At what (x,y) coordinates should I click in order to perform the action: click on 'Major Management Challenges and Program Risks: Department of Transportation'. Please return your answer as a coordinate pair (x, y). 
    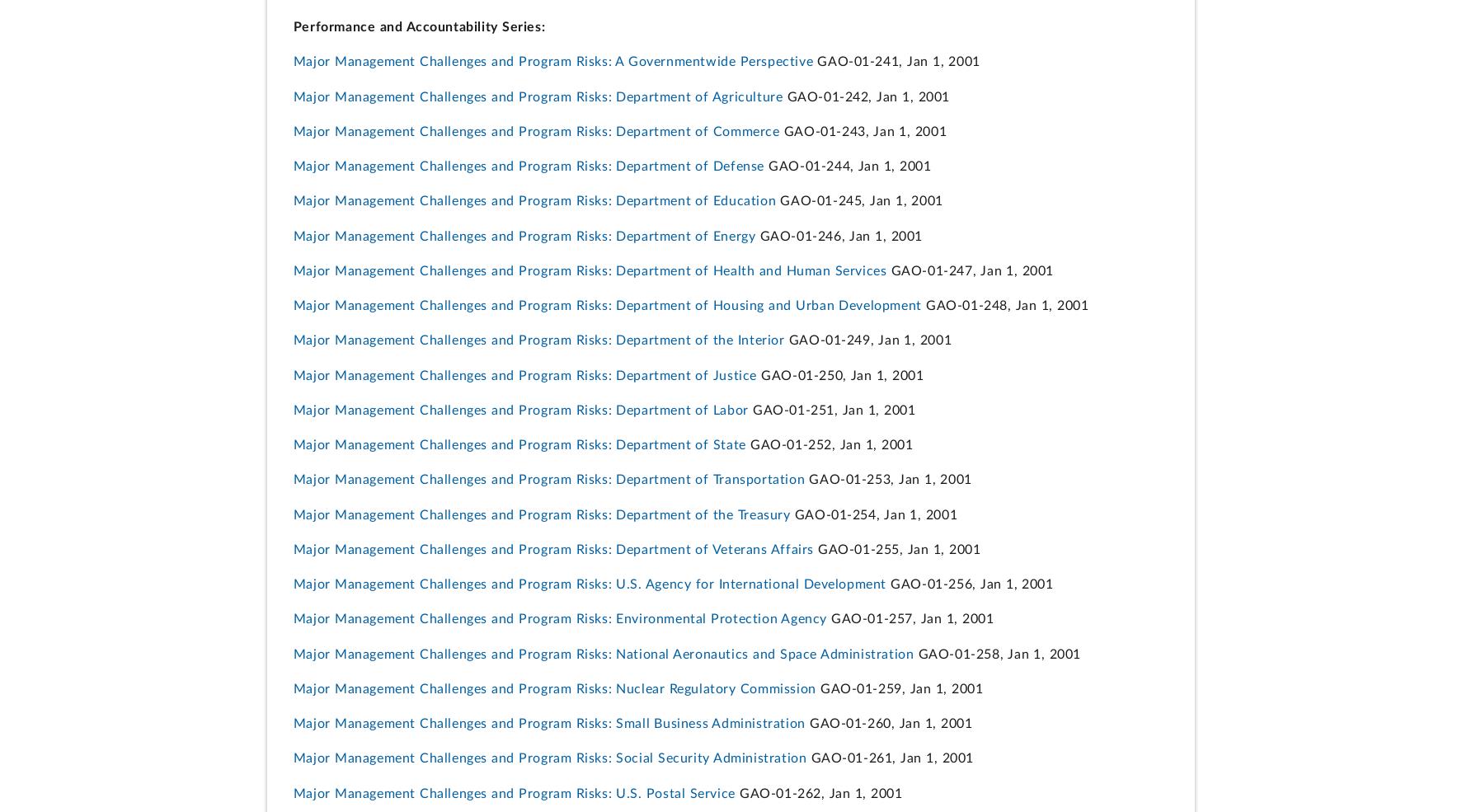
    Looking at the image, I should click on (548, 480).